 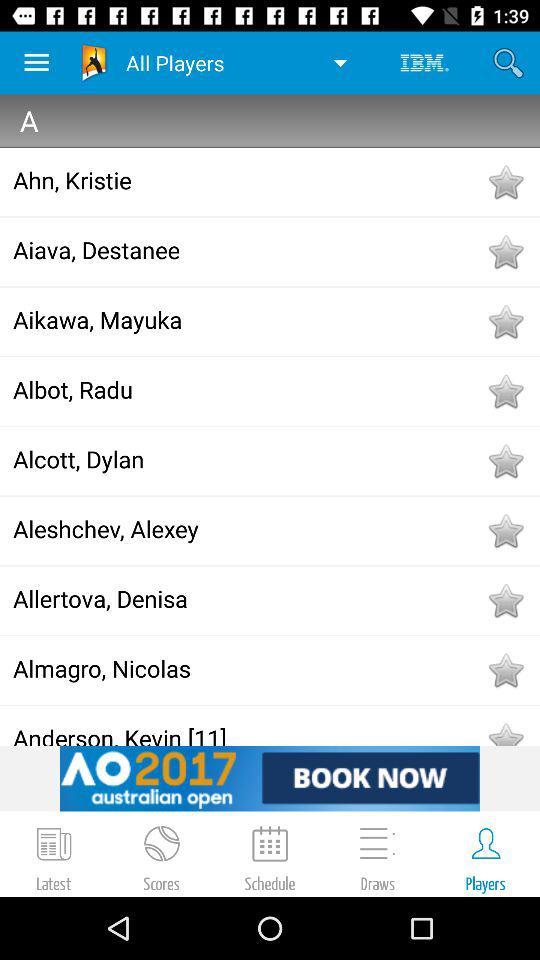 I want to click on the seventh star button in the page, so click(x=504, y=600).